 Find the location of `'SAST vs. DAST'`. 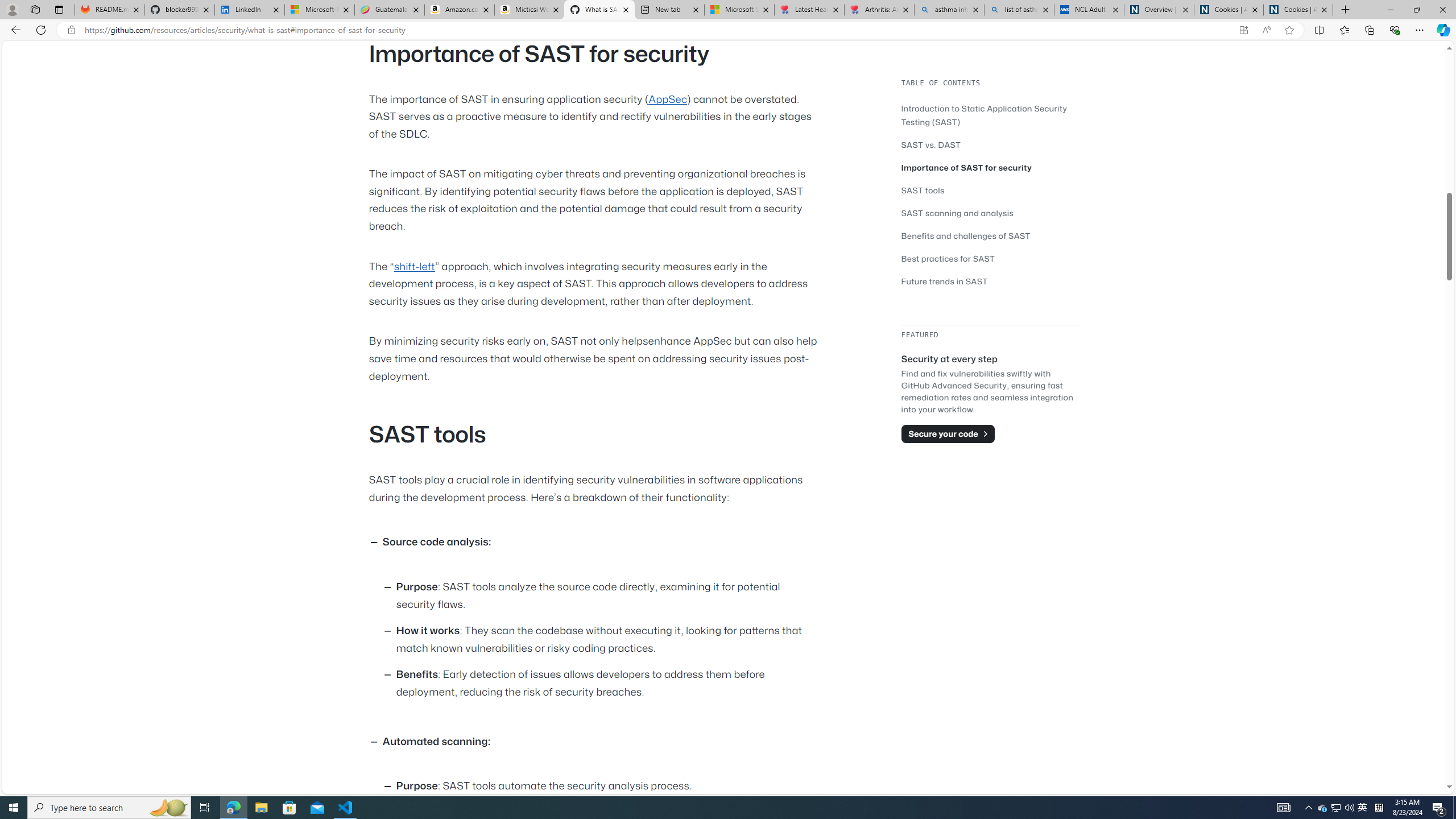

'SAST vs. DAST' is located at coordinates (930, 144).